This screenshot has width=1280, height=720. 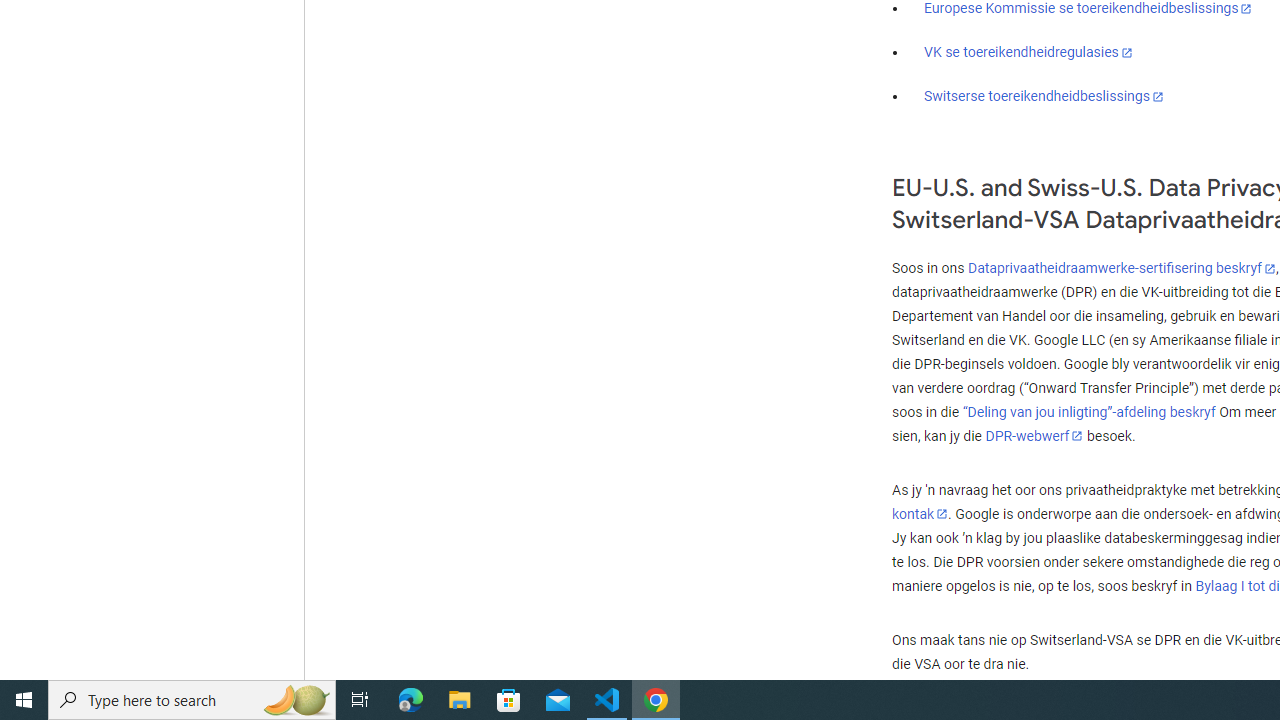 I want to click on 'VK se toereikendheidregulasies', so click(x=1028, y=51).